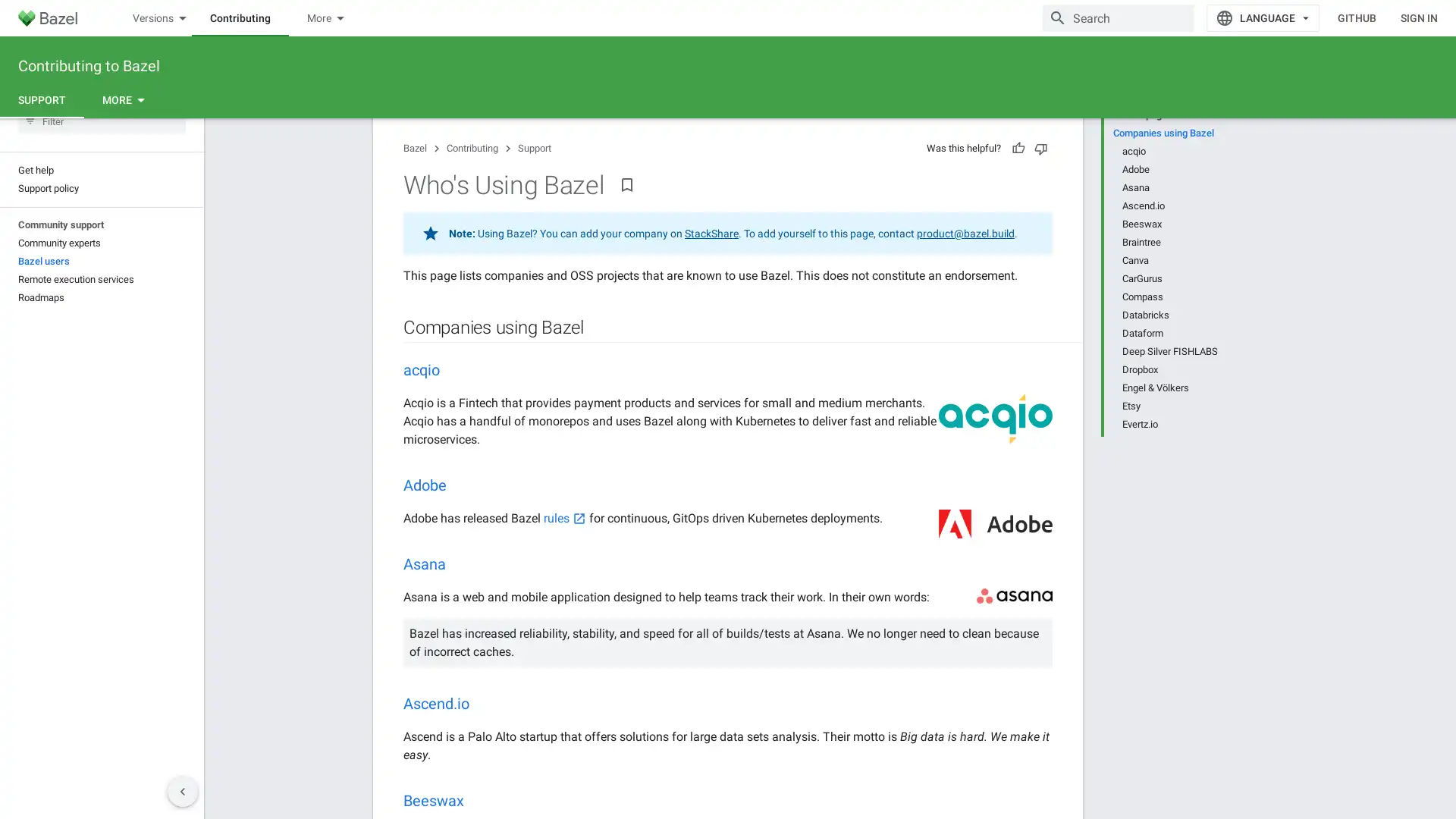  What do you see at coordinates (1040, 174) in the screenshot?
I see `Not helpful` at bounding box center [1040, 174].